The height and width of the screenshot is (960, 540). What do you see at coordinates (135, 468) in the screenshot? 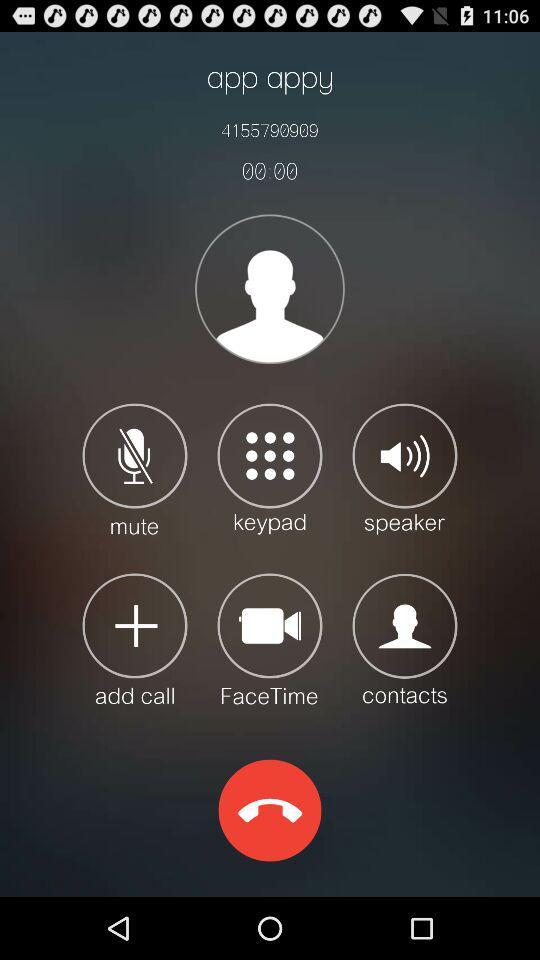
I see `mute option for stop hearing the other end user` at bounding box center [135, 468].